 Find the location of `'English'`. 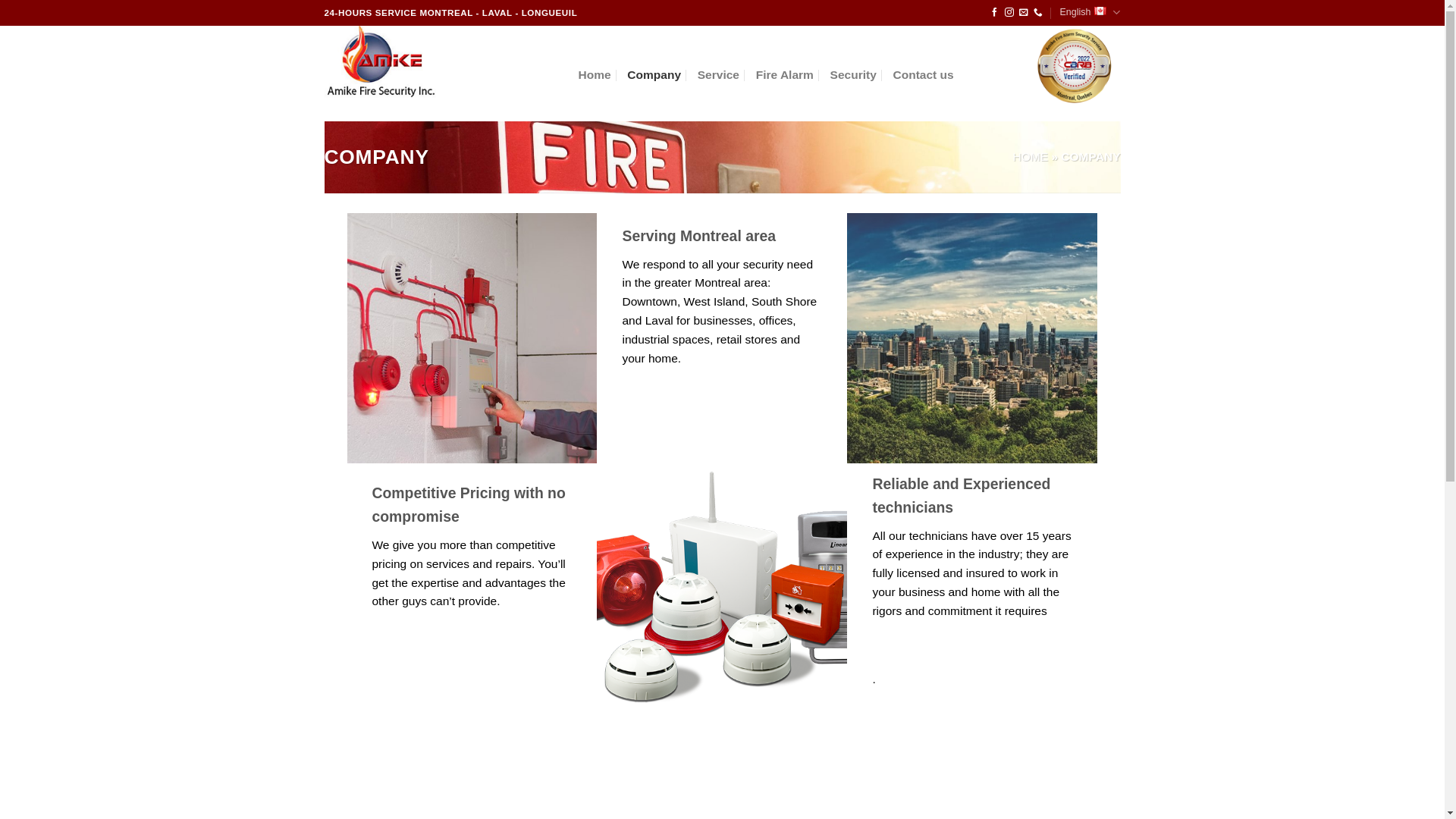

'English' is located at coordinates (1090, 12).